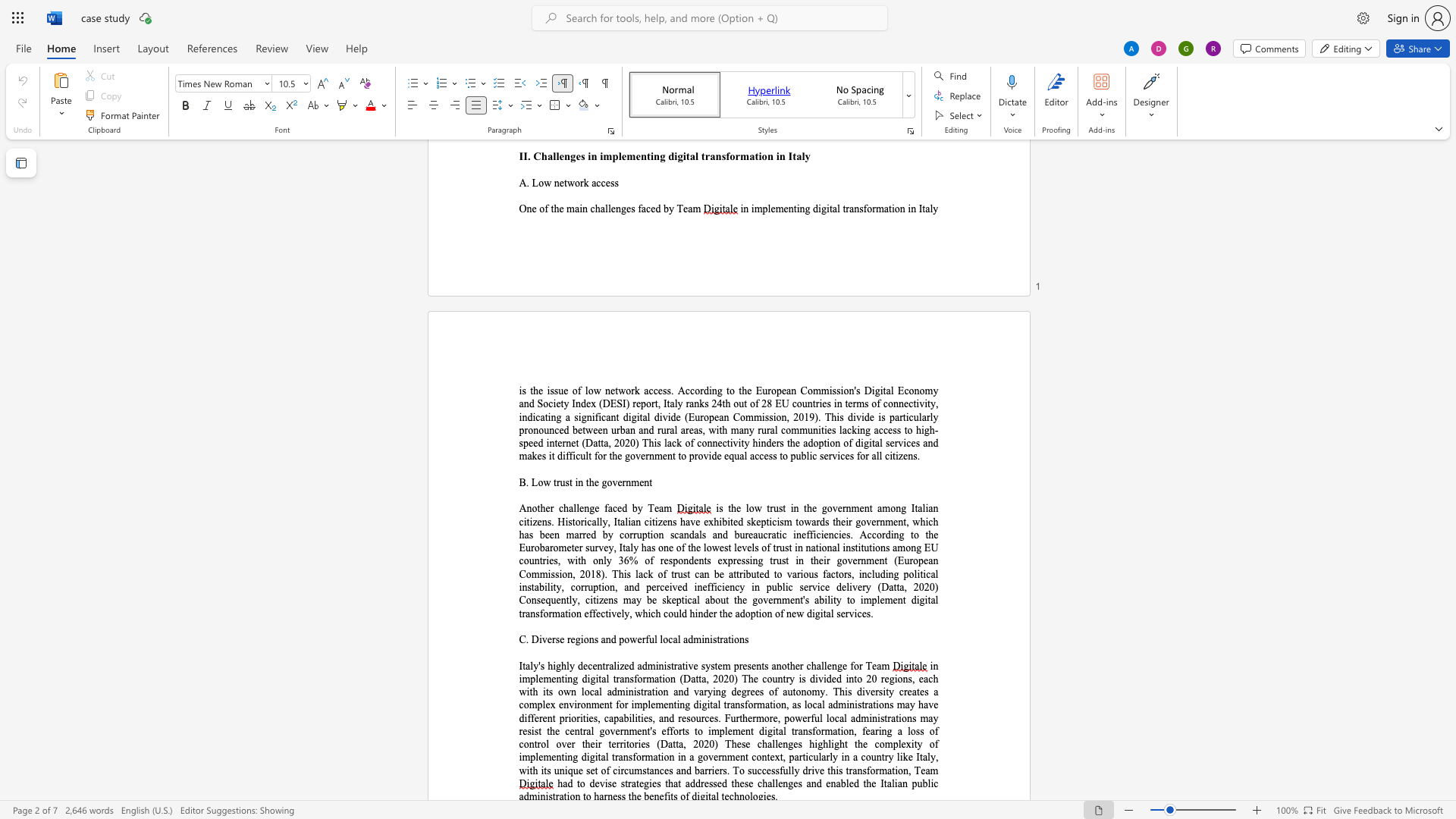  Describe the element at coordinates (760, 574) in the screenshot. I see `the space between the continuous character "t" and "e" in the text` at that location.